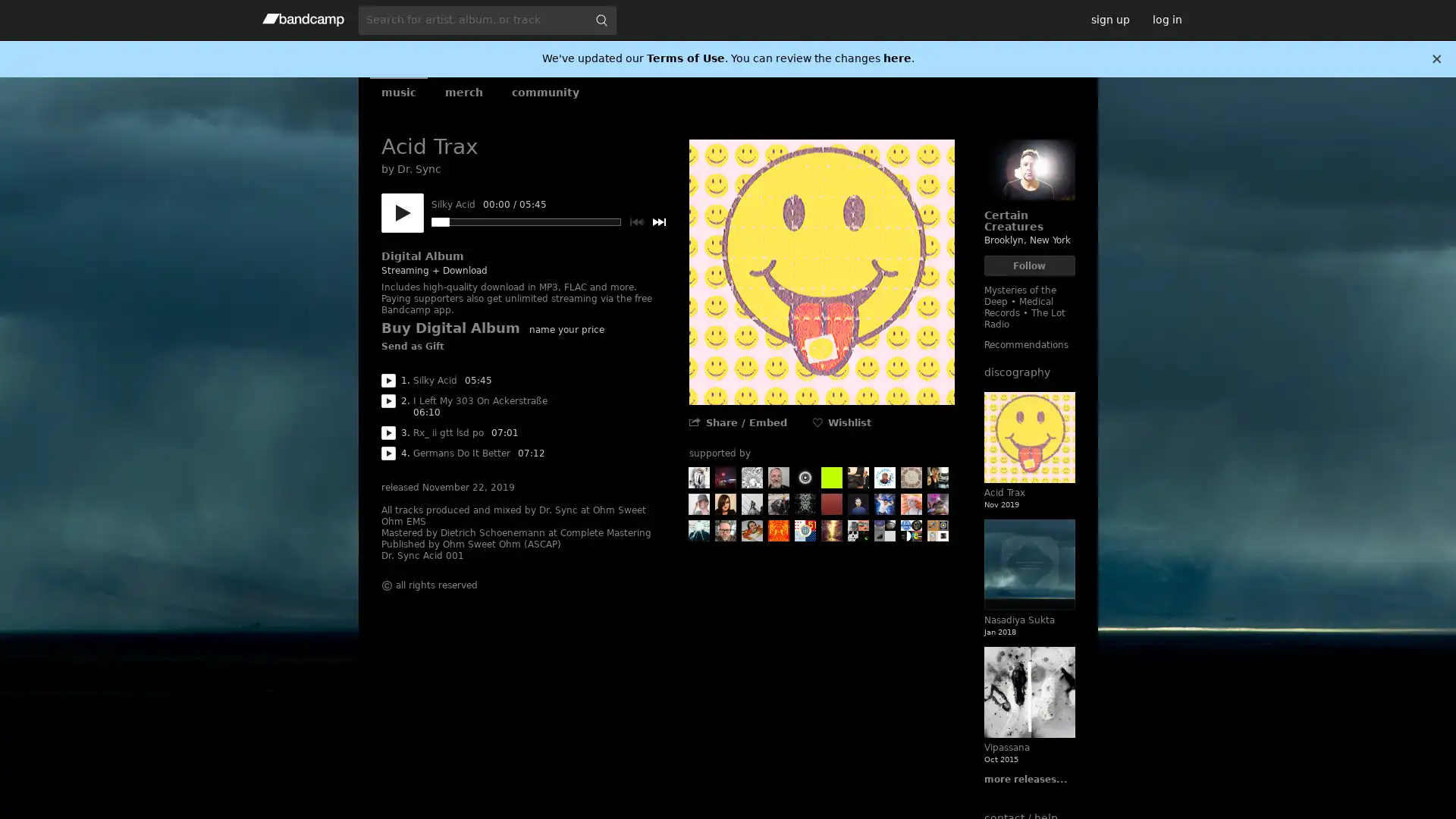 Image resolution: width=1456 pixels, height=819 pixels. I want to click on Send as Gift, so click(412, 347).